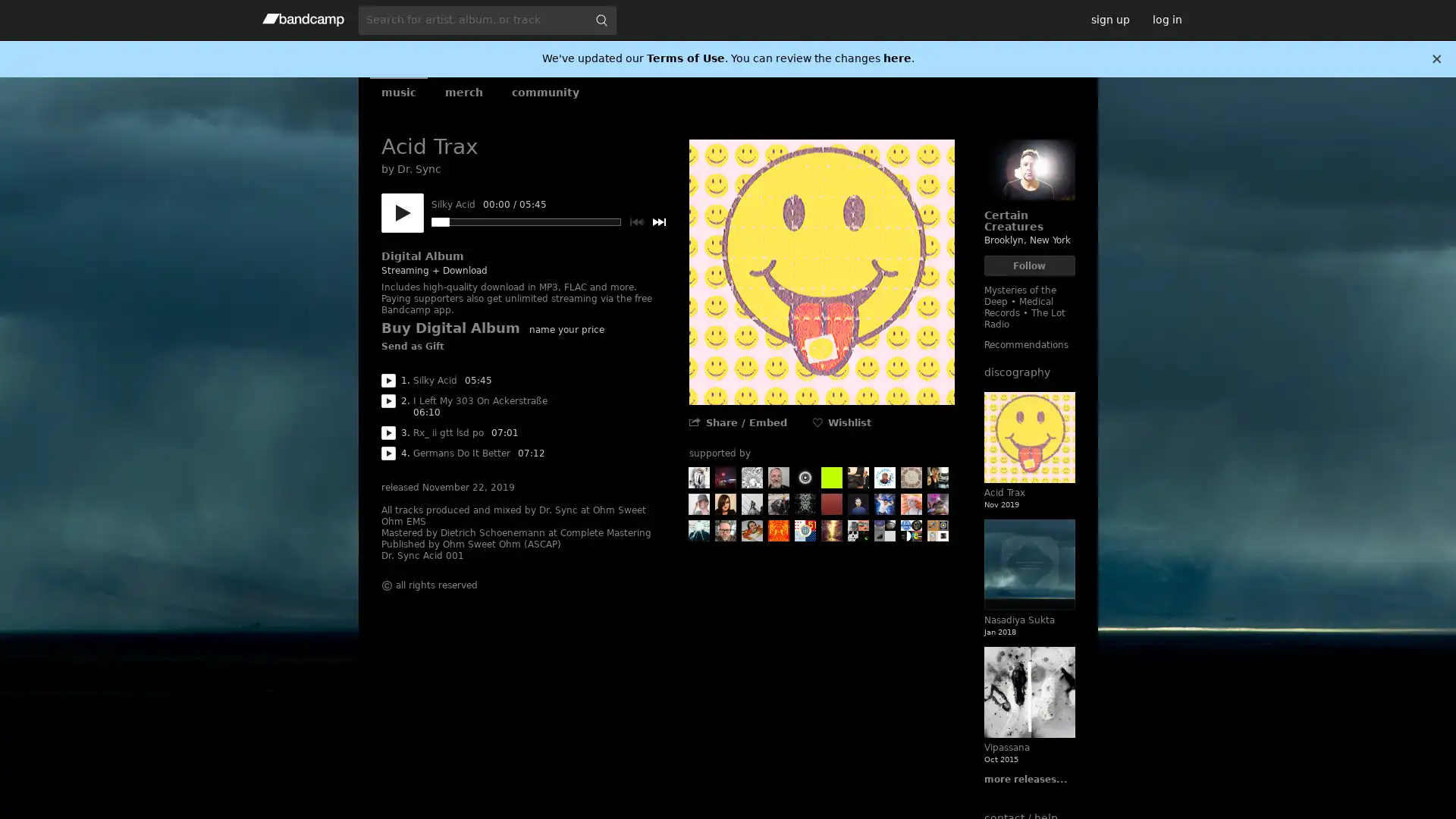 Image resolution: width=1456 pixels, height=819 pixels. I want to click on Send as Gift, so click(412, 347).